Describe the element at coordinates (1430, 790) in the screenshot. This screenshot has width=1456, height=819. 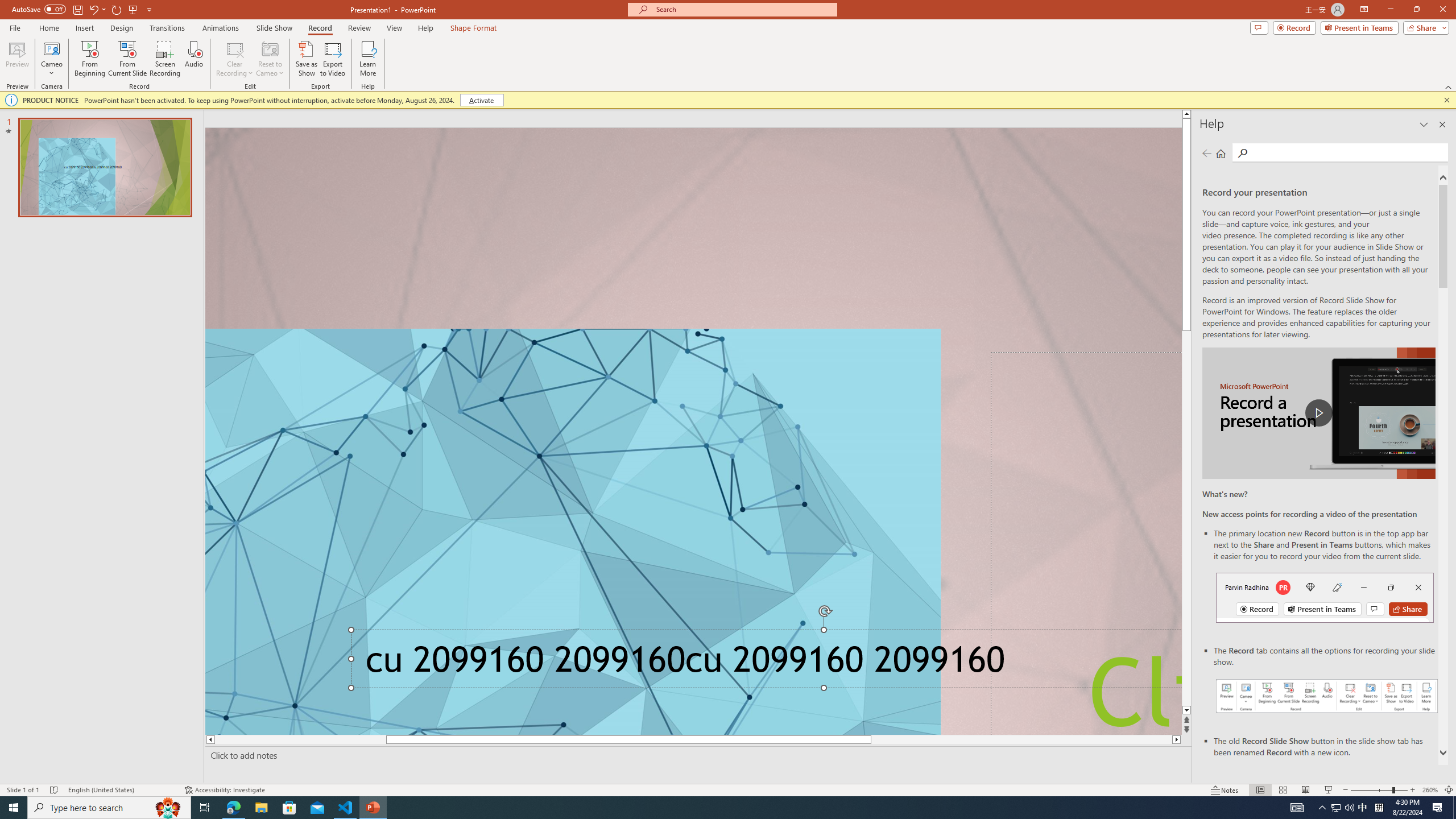
I see `'Zoom 260%'` at that location.